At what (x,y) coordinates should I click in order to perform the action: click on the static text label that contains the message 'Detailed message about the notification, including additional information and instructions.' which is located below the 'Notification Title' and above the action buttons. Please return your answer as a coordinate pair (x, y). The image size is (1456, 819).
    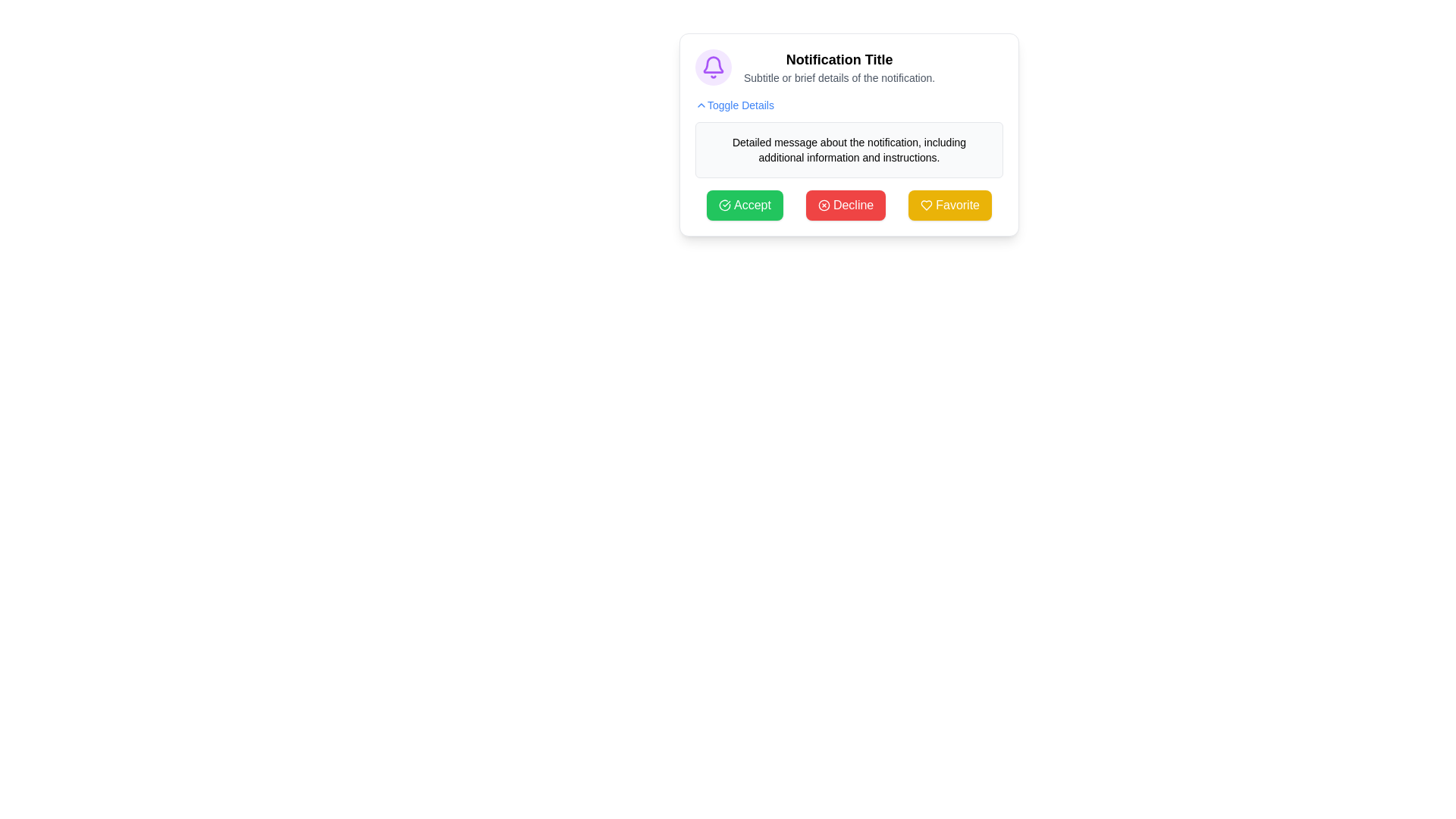
    Looking at the image, I should click on (848, 149).